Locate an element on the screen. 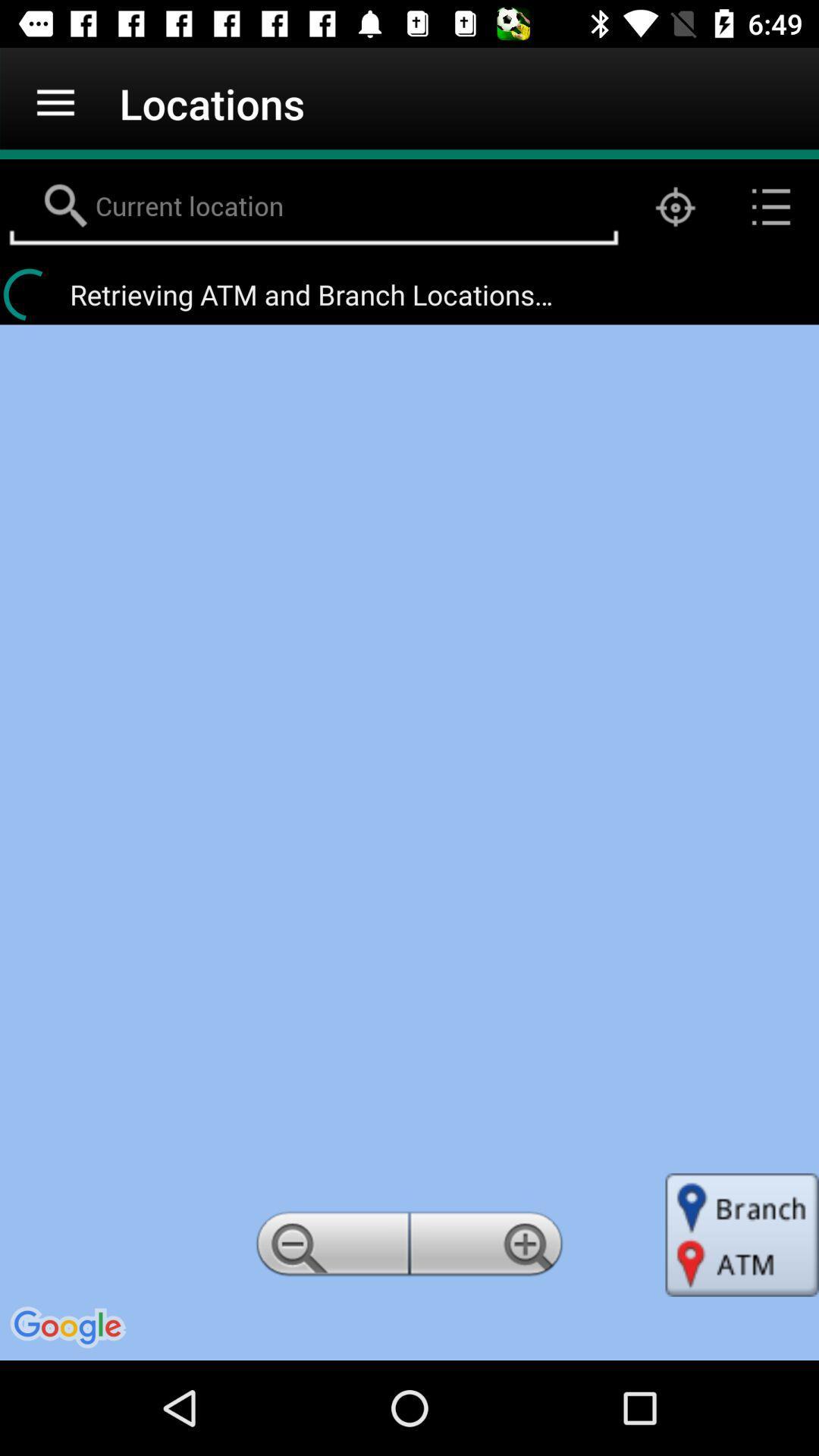 This screenshot has height=1456, width=819. location is located at coordinates (312, 206).